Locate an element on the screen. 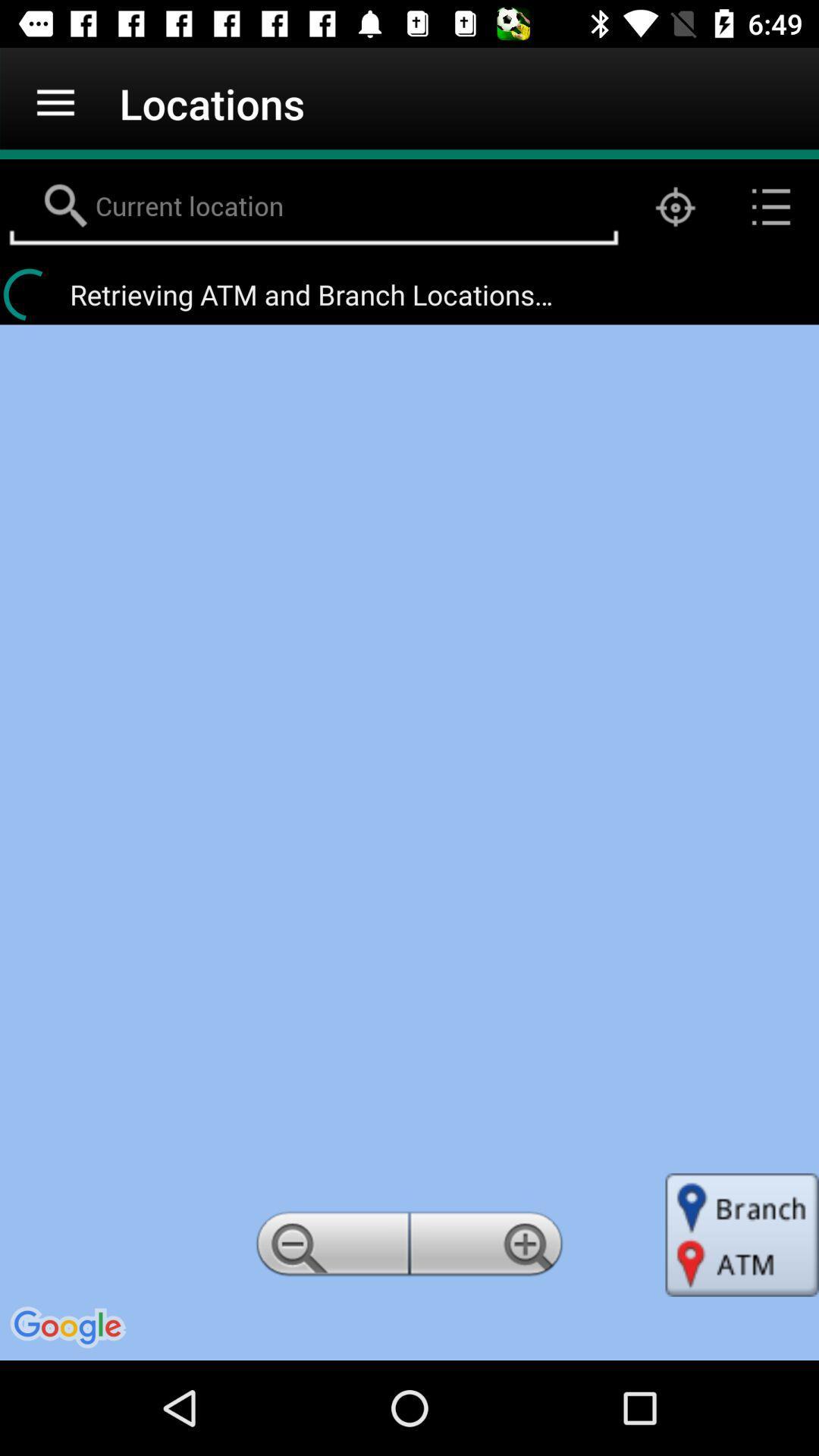 This screenshot has height=1456, width=819. location is located at coordinates (312, 206).